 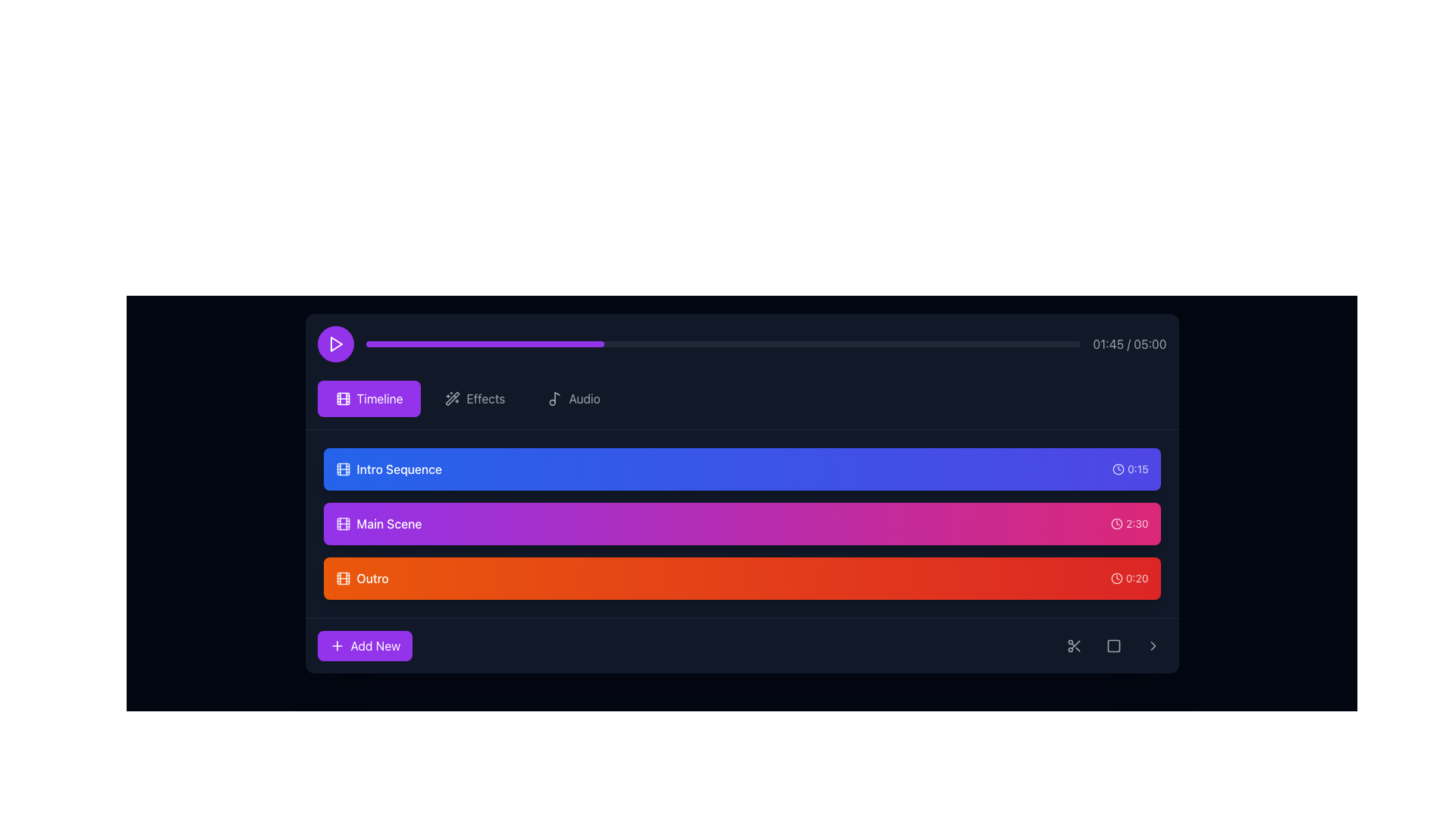 What do you see at coordinates (1137, 579) in the screenshot?
I see `the text label displaying '0:20', which is part of the 'Outro' block and located to the right of a clock icon, to initiate further actions` at bounding box center [1137, 579].